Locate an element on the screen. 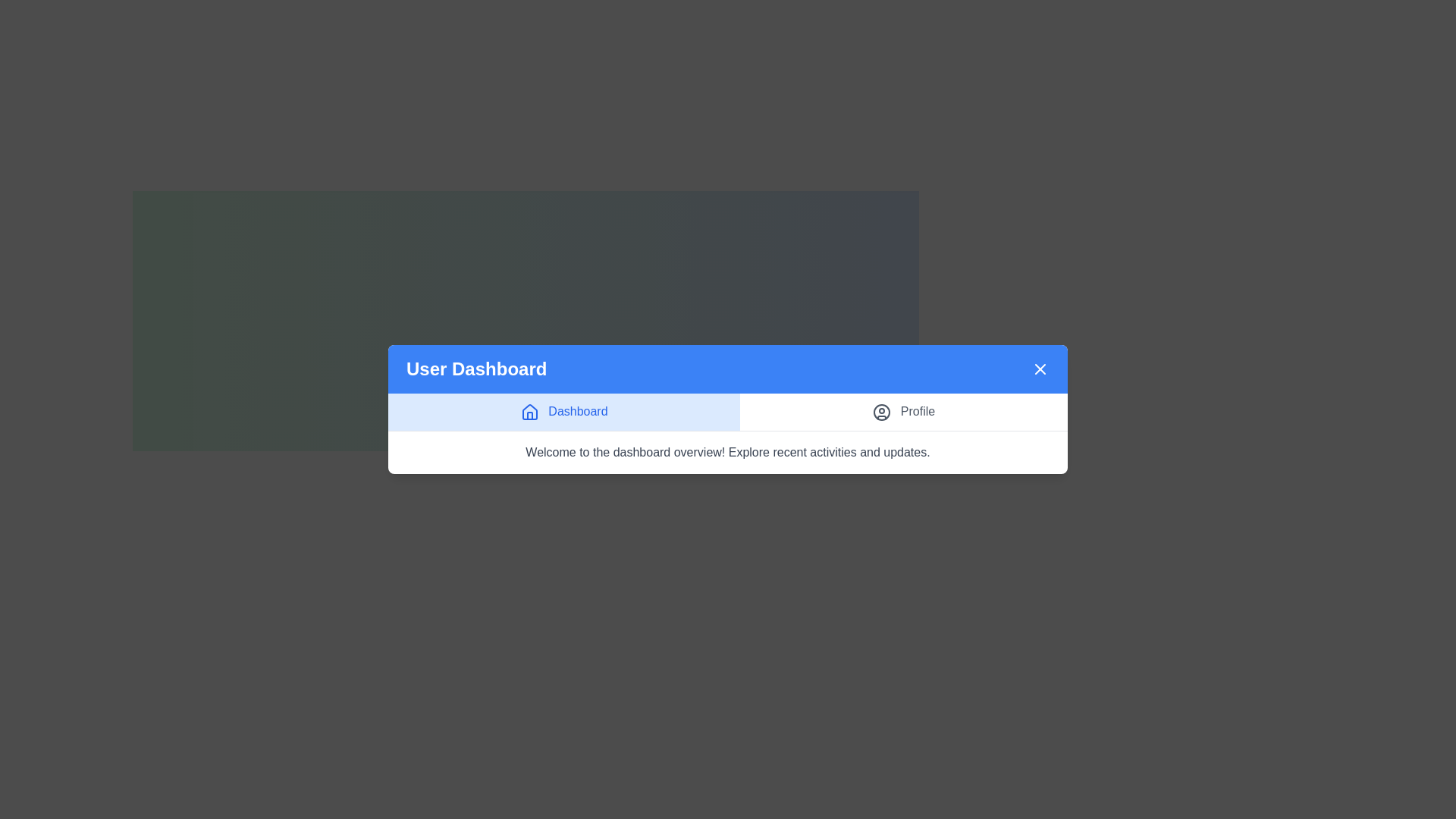 This screenshot has height=819, width=1456. the 'User Dashboard' text label, which is a bold, large white font on a blue background, located at the top-left of the header bar is located at coordinates (475, 369).